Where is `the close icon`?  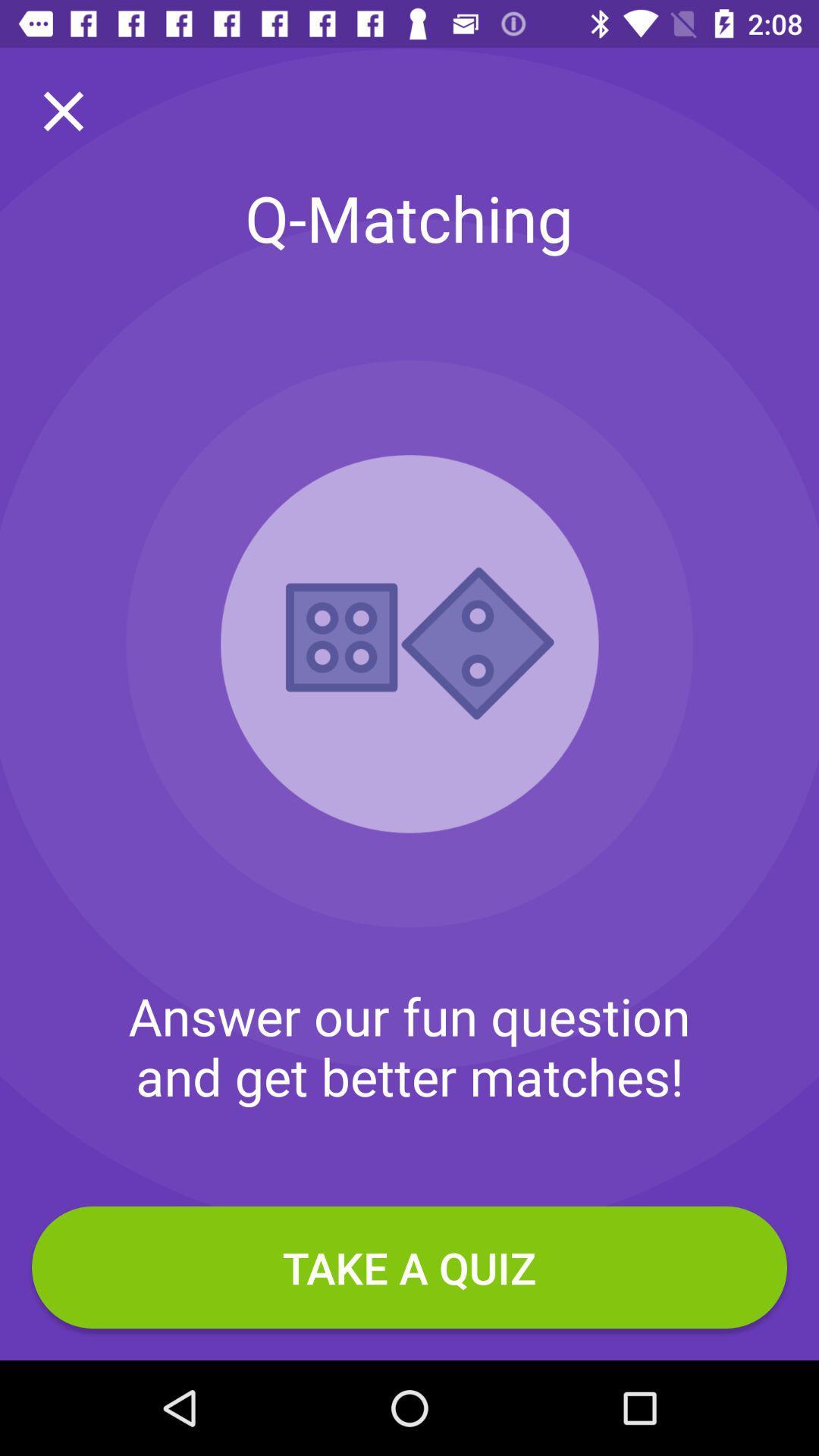 the close icon is located at coordinates (63, 111).